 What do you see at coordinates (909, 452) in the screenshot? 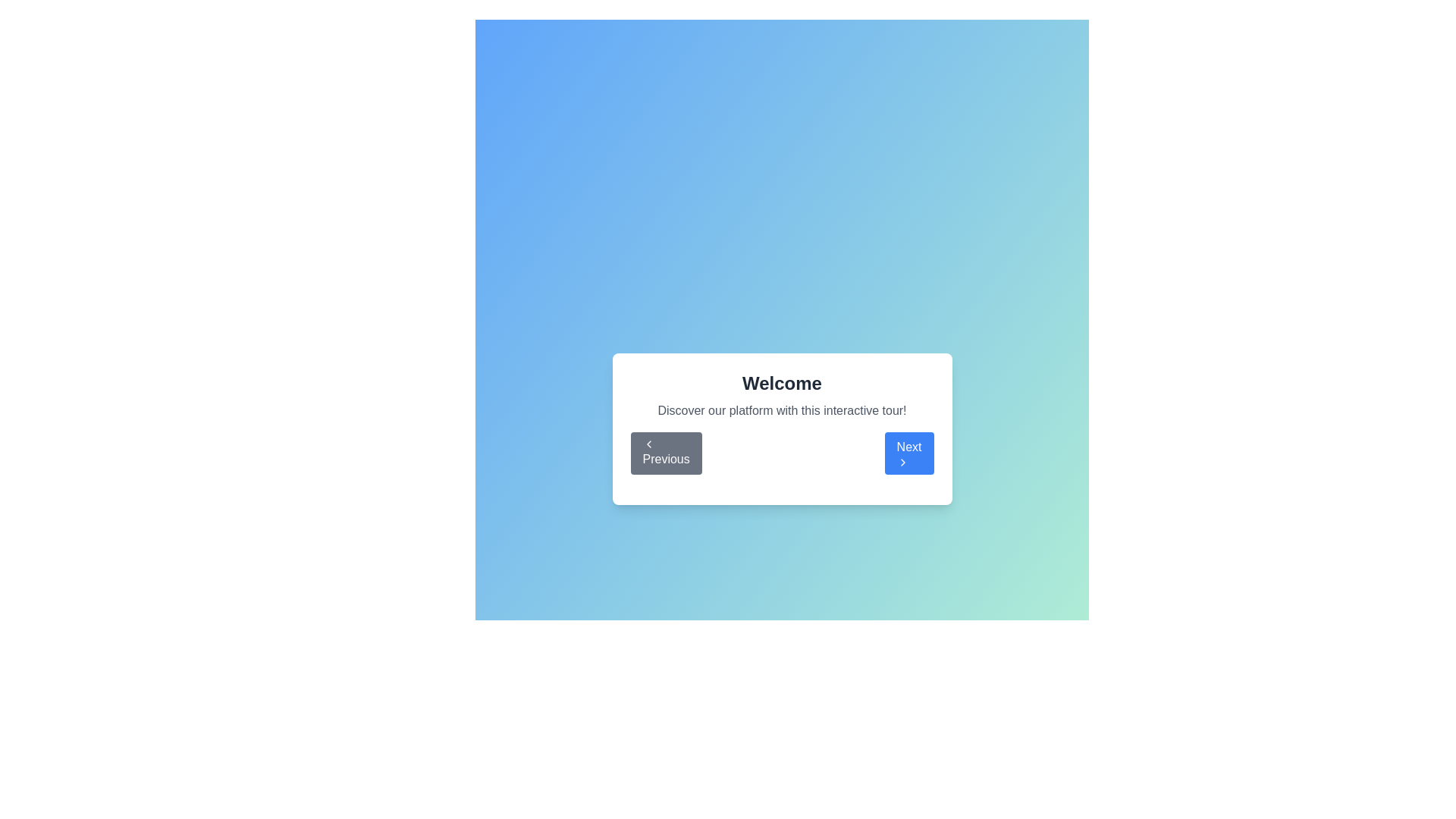
I see `the 'Next' button, which is a rectangular button with a blue gradient and white text, to proceed` at bounding box center [909, 452].